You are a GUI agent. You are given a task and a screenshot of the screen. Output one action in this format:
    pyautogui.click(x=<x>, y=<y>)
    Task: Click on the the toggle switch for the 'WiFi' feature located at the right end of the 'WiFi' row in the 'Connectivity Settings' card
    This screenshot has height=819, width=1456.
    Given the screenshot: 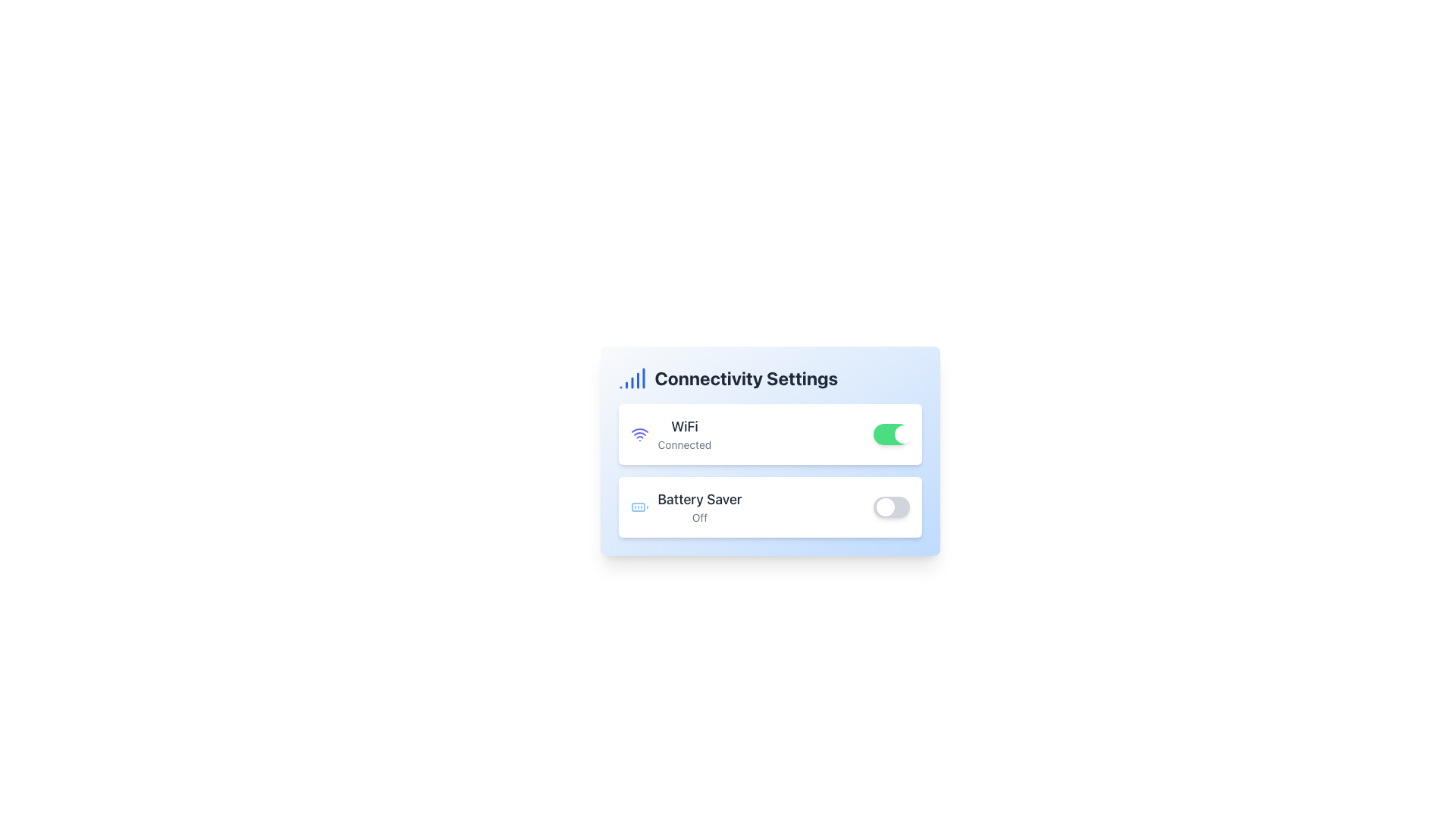 What is the action you would take?
    pyautogui.click(x=891, y=435)
    